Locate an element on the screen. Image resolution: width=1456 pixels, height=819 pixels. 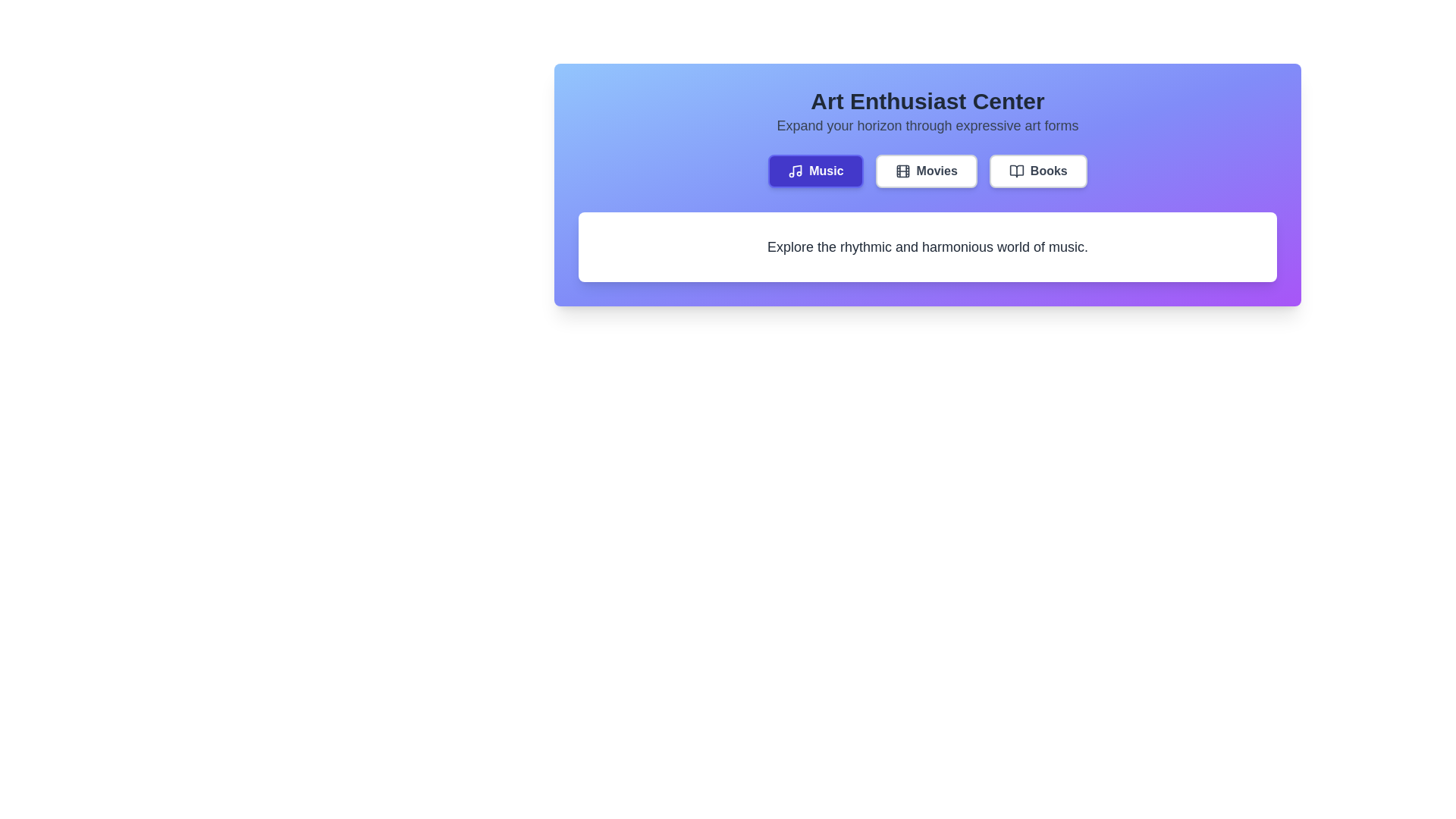
the tab labeled Movies to select it is located at coordinates (925, 171).